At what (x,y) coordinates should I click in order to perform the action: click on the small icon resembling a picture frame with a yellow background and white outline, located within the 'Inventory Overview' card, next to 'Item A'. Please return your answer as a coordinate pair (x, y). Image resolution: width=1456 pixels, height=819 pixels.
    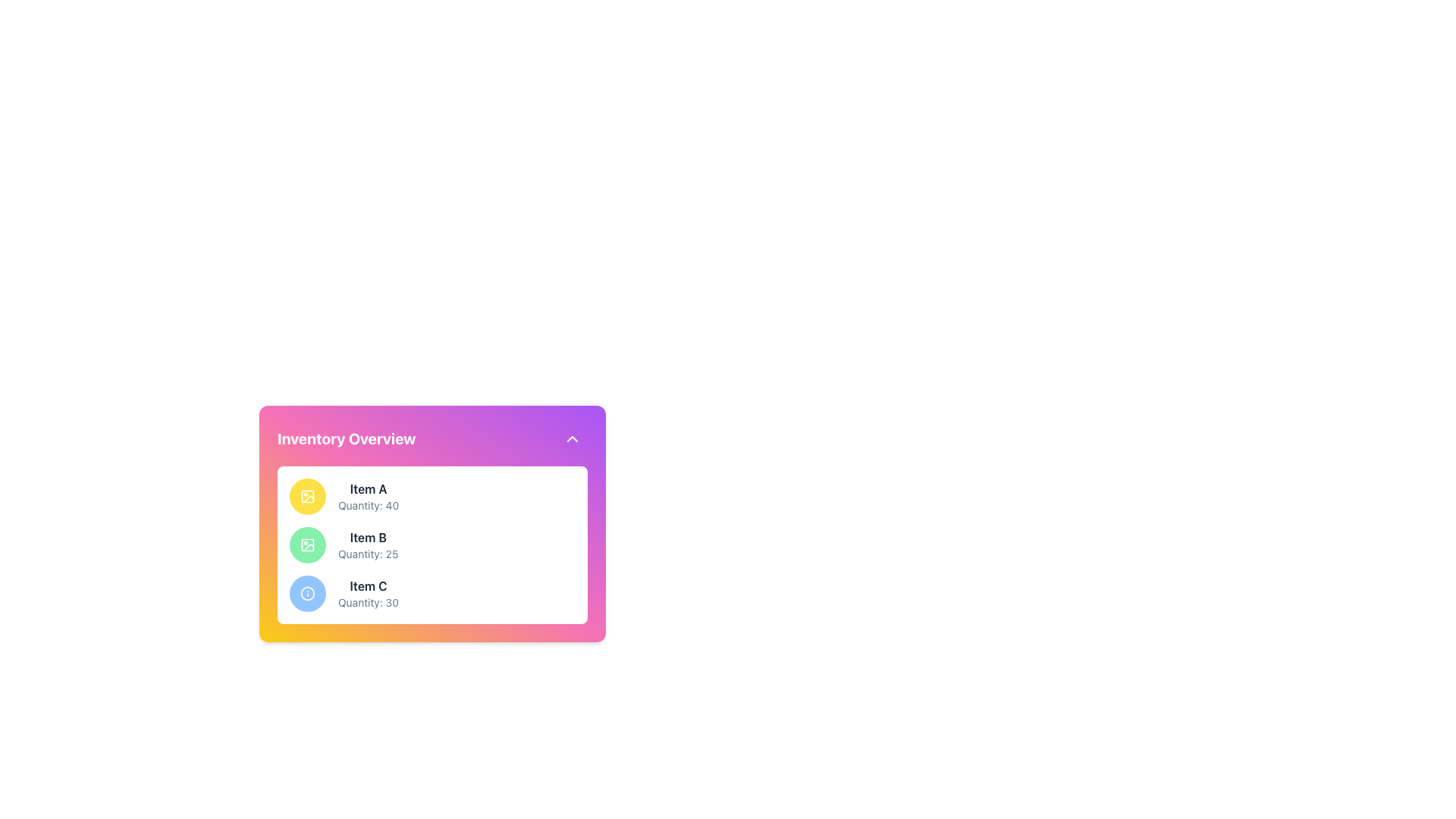
    Looking at the image, I should click on (307, 497).